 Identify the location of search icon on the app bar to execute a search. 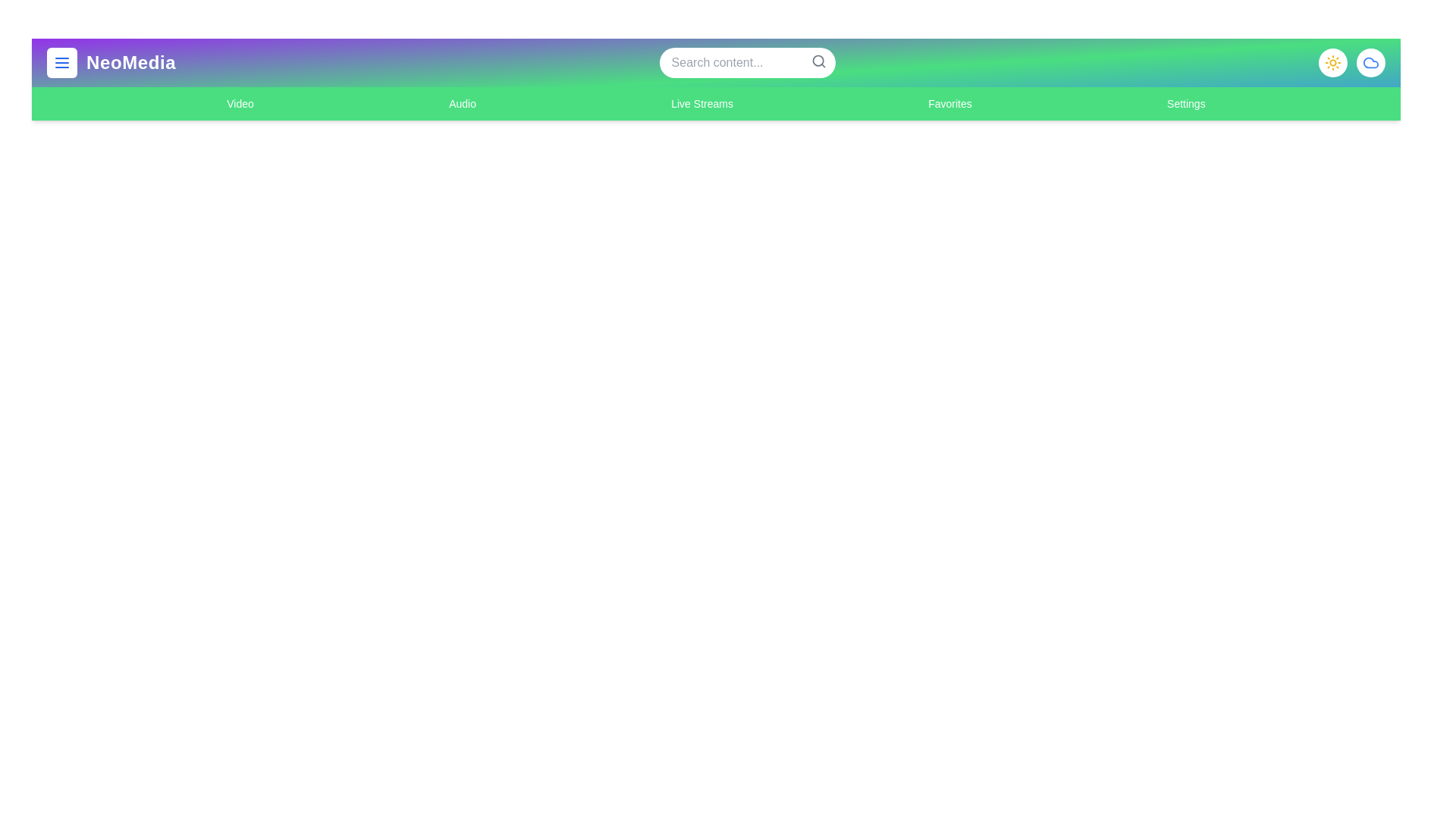
(817, 61).